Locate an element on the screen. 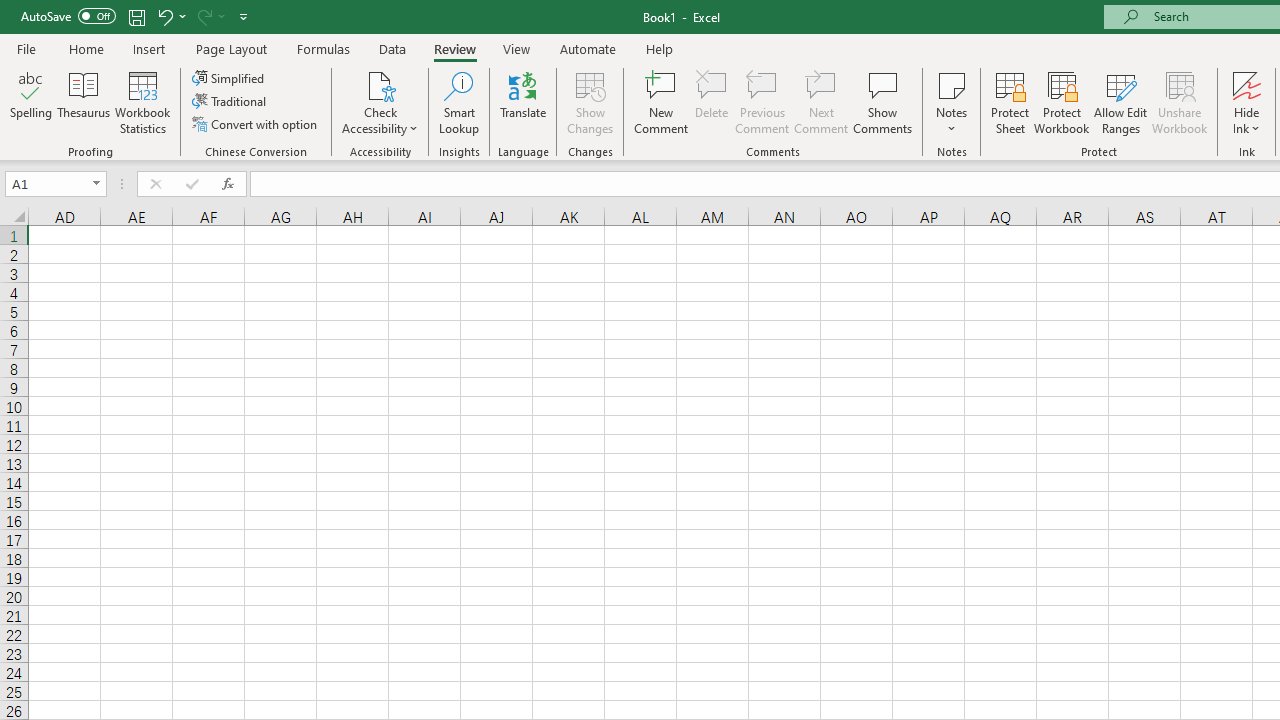  'Show Comments' is located at coordinates (882, 103).